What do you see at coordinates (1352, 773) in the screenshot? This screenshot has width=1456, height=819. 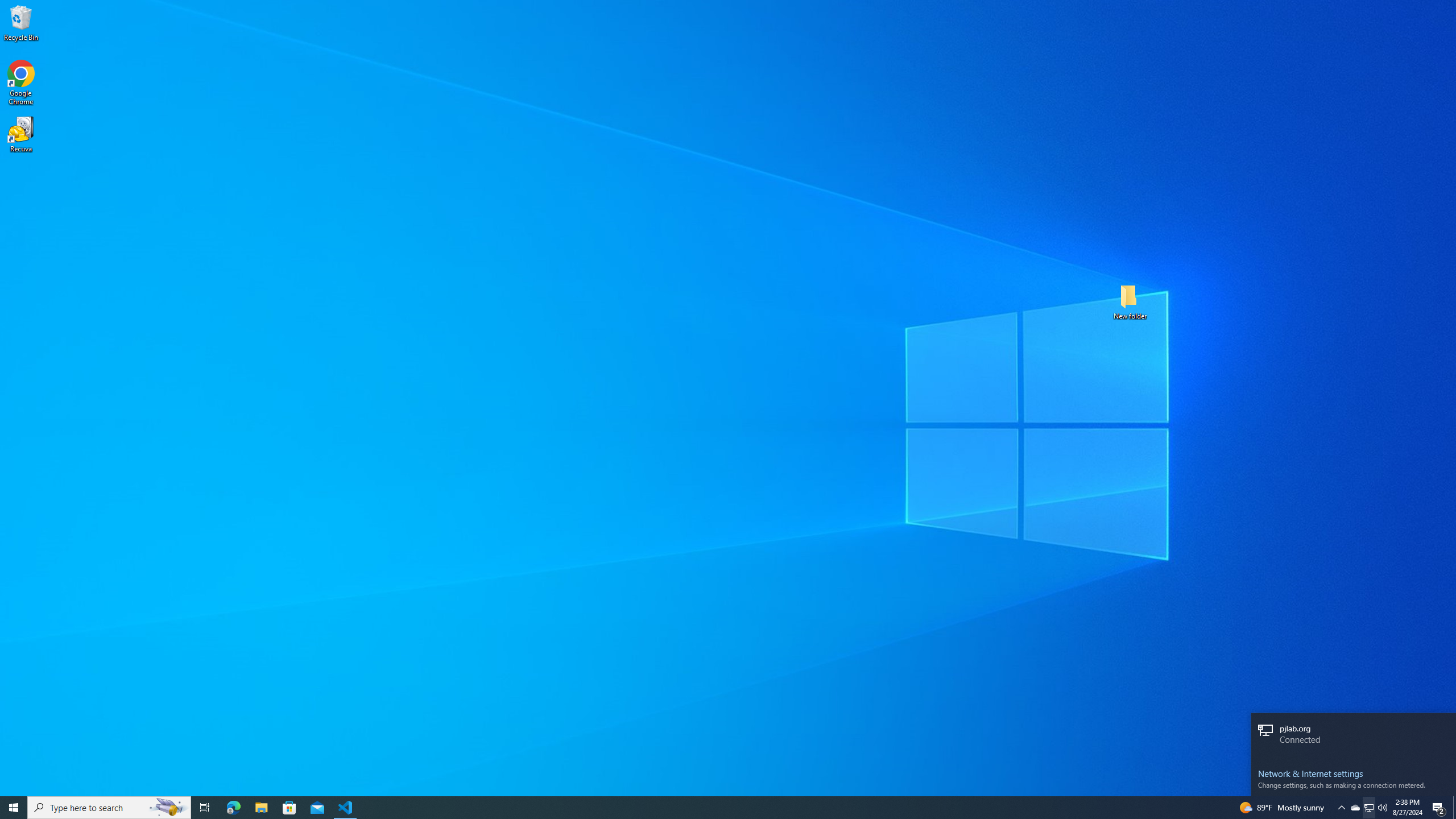 I see `'Network & Internet settings'` at bounding box center [1352, 773].